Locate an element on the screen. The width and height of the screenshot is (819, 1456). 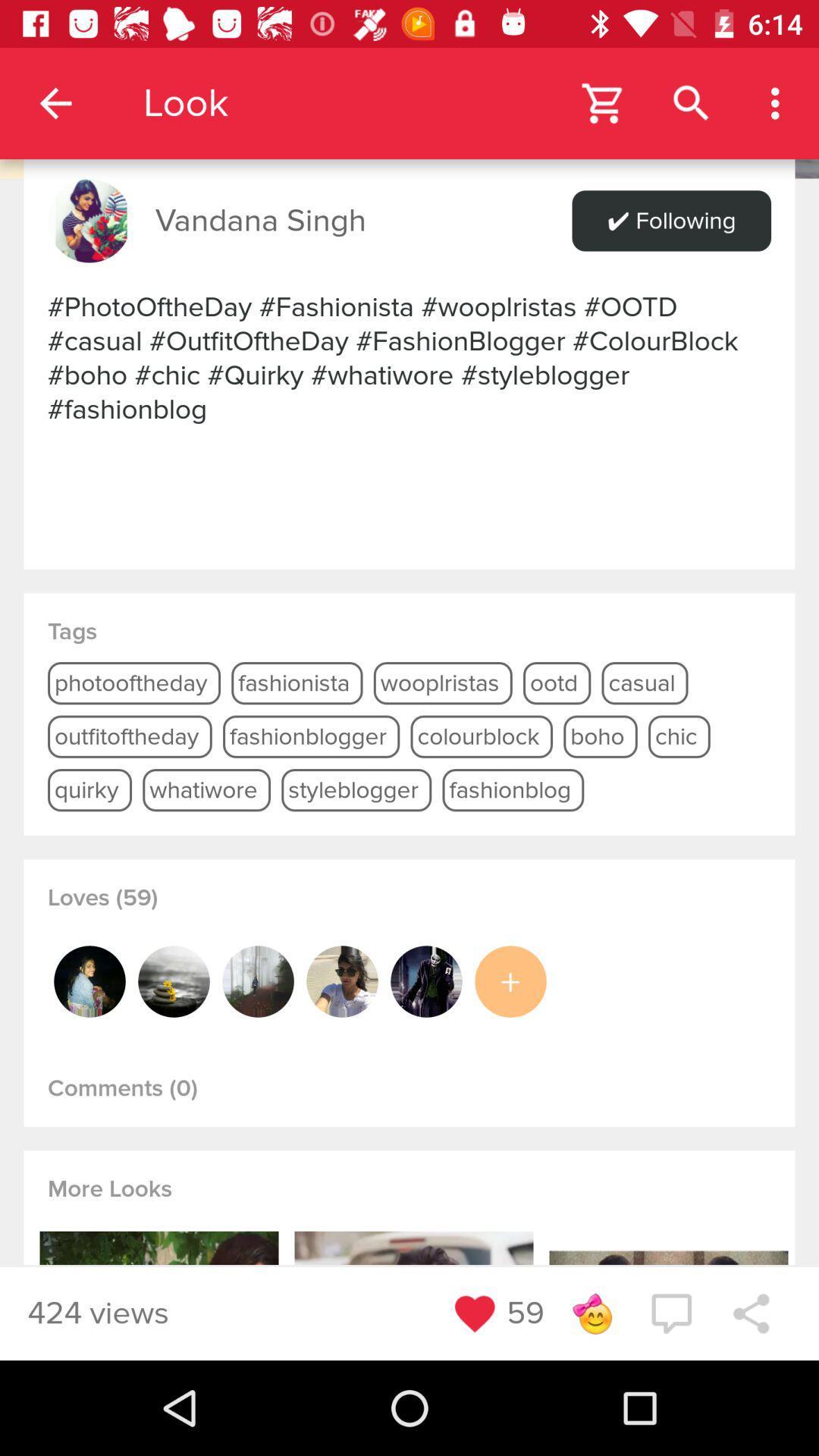
icon below the loves (59) item is located at coordinates (173, 981).